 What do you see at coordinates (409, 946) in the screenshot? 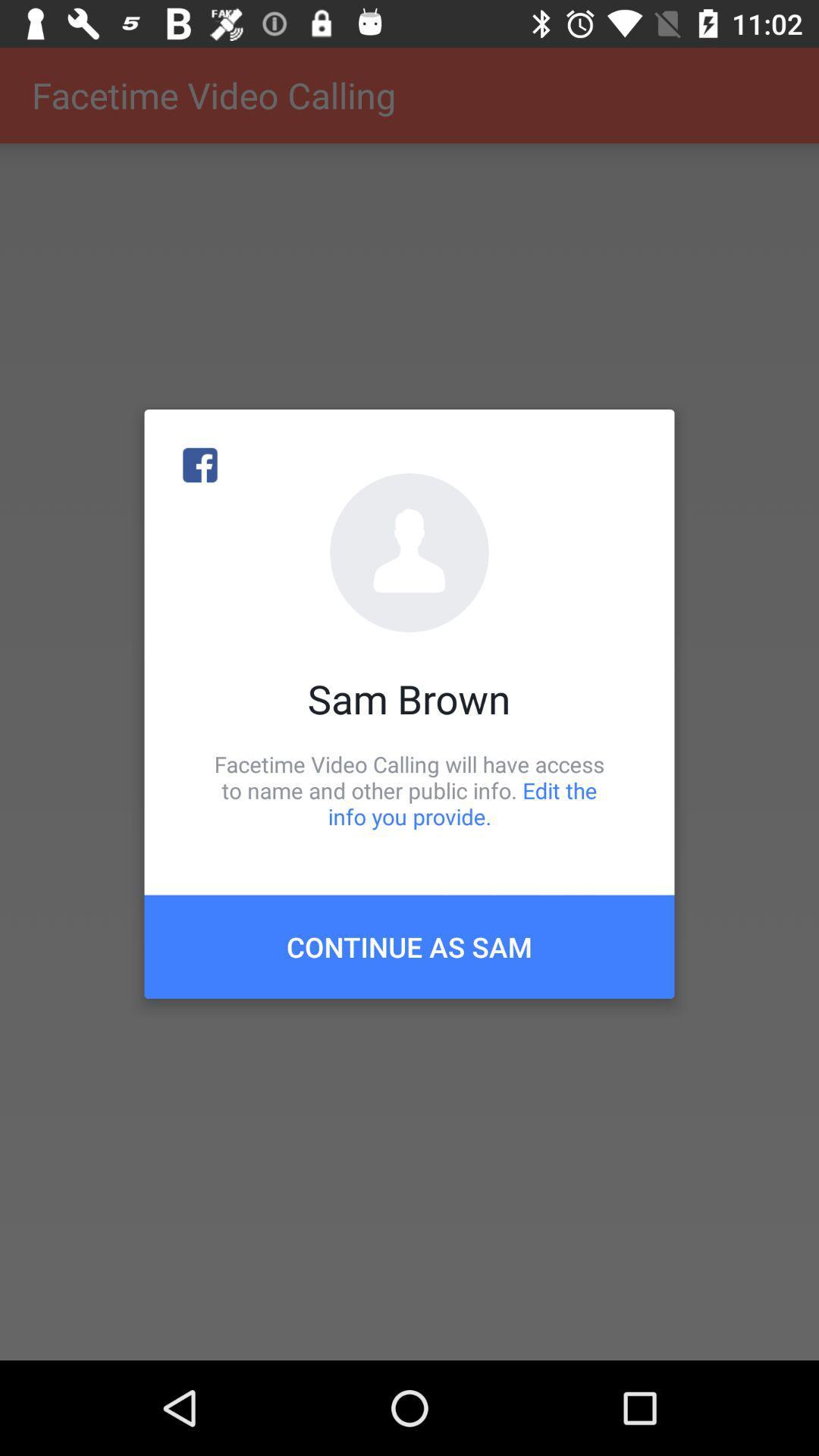
I see `the continue as sam item` at bounding box center [409, 946].